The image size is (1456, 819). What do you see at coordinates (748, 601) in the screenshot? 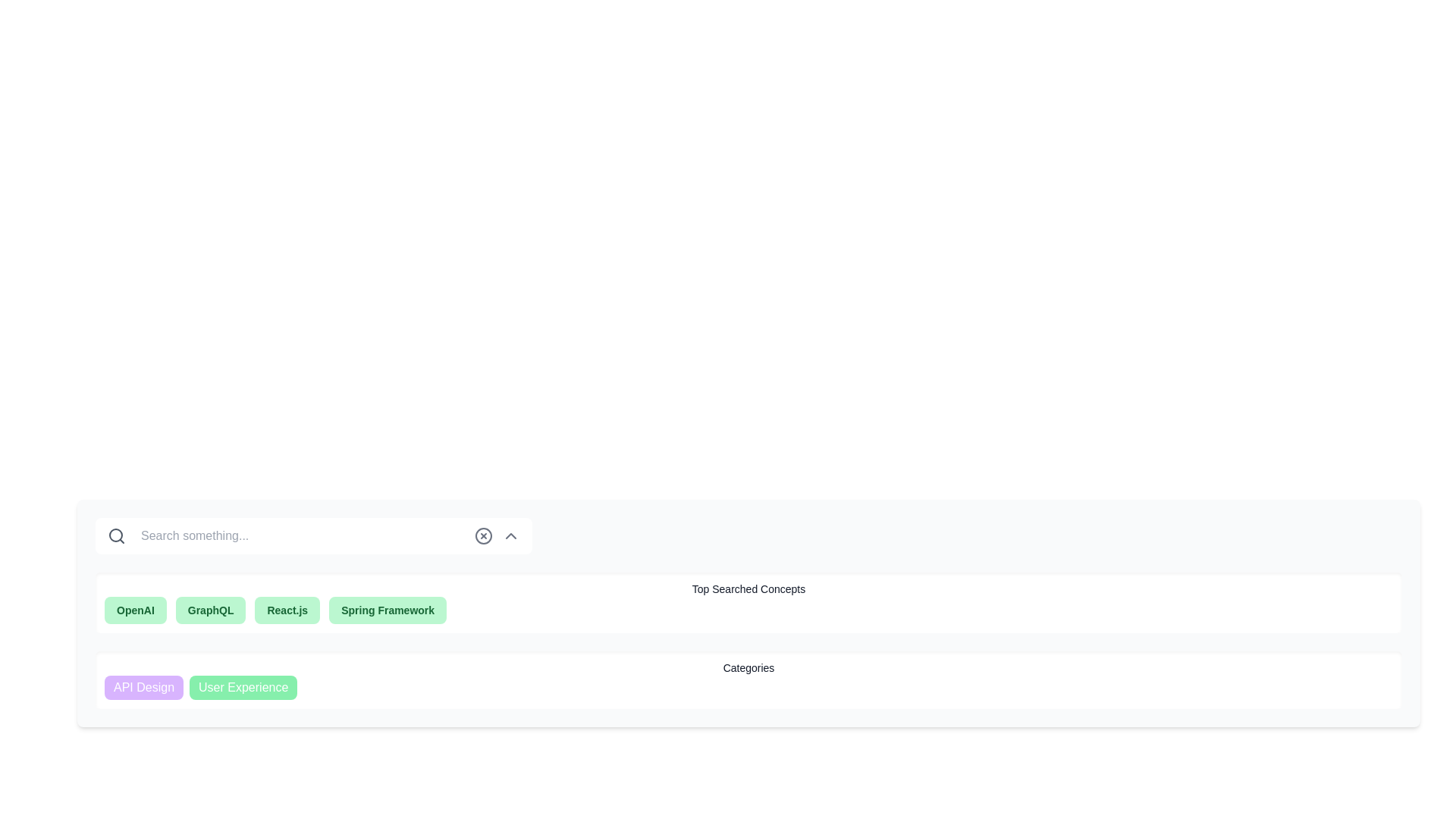
I see `the section titled 'Top Searched Concepts' which contains clickable tags like 'OpenAI', 'GraphQL', 'React.js', and 'Spring Framework'` at bounding box center [748, 601].